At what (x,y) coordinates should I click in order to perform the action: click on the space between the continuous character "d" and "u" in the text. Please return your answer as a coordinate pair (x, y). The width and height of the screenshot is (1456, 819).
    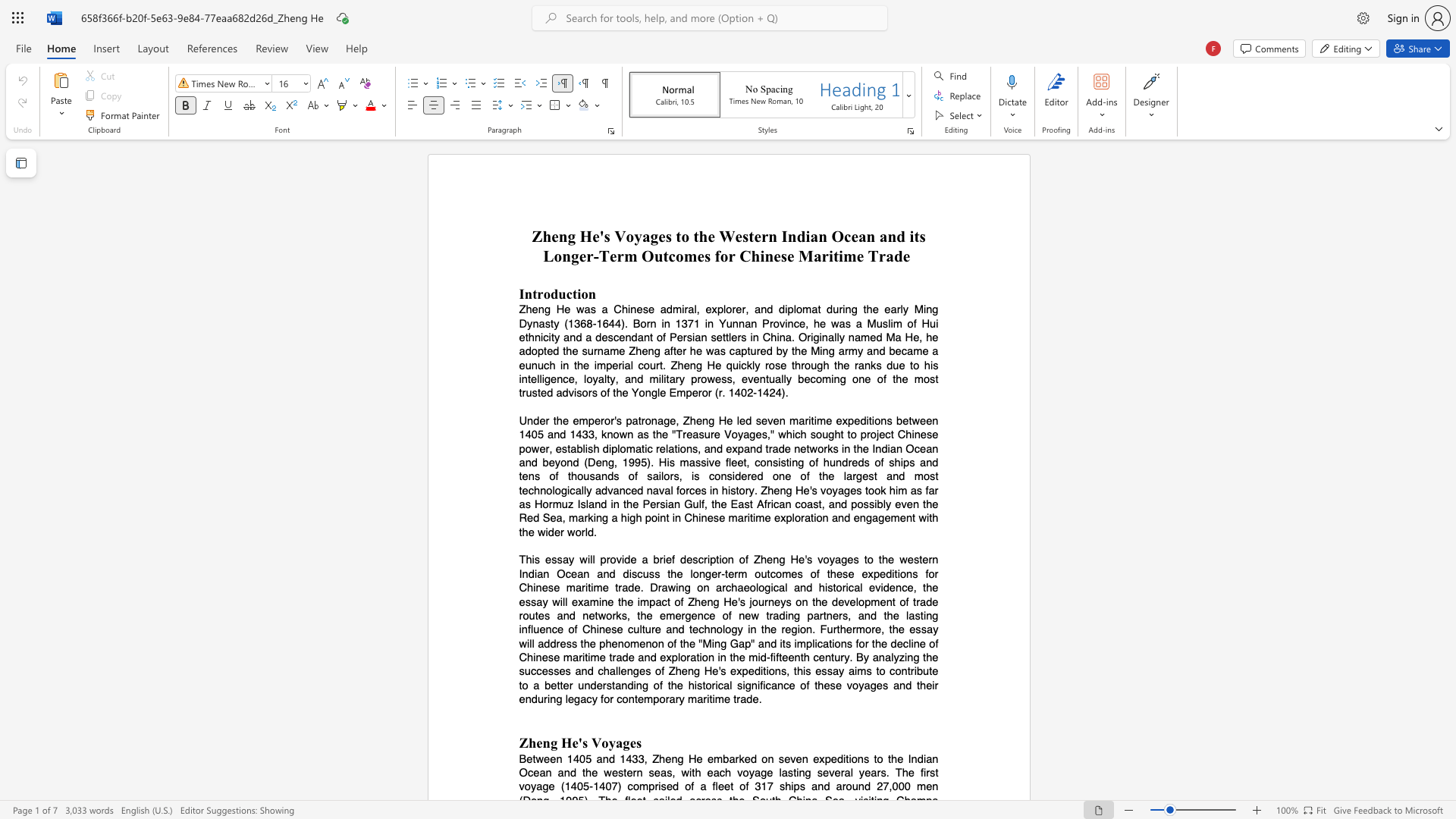
    Looking at the image, I should click on (557, 293).